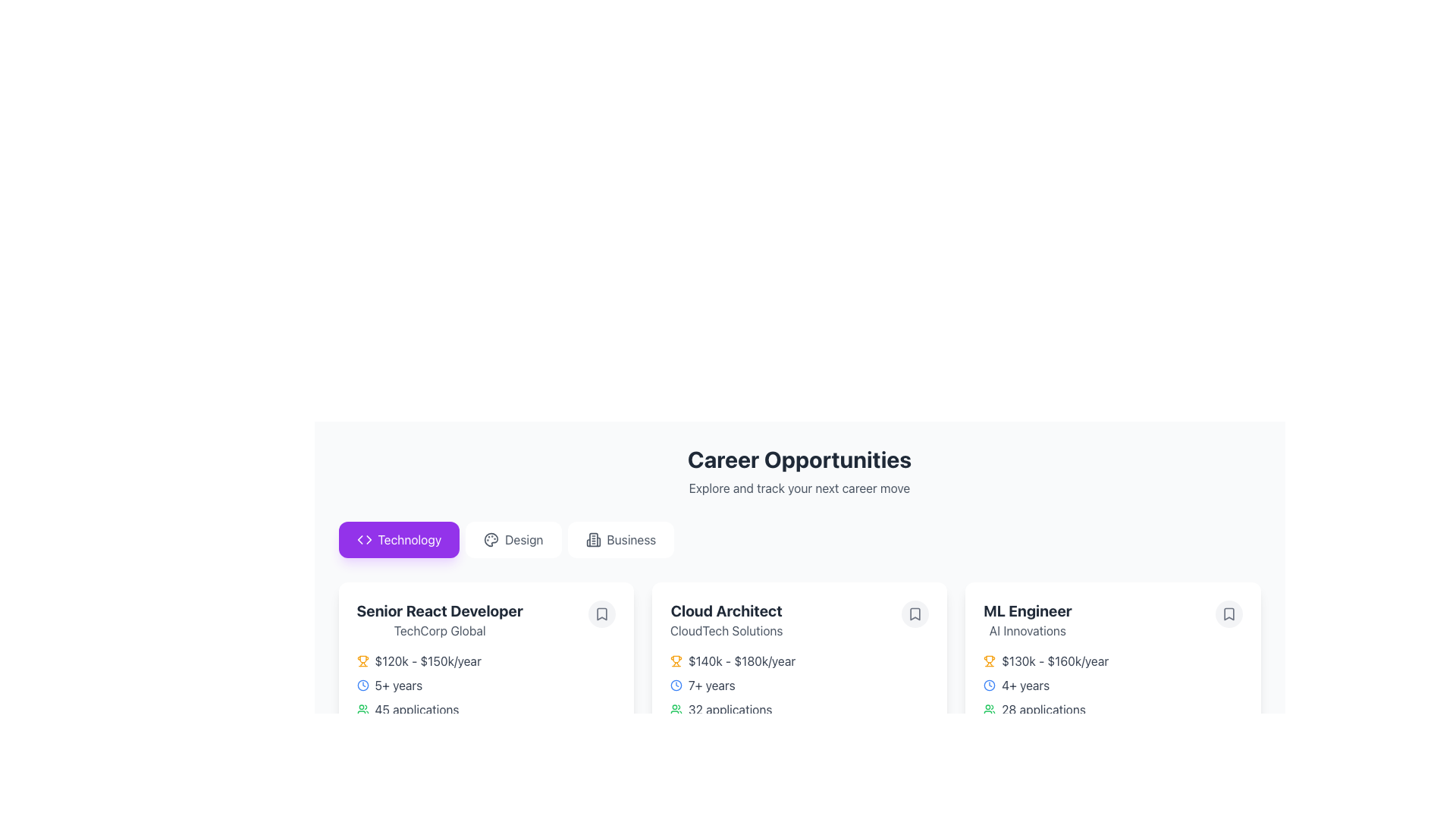 The image size is (1456, 819). Describe the element at coordinates (486, 772) in the screenshot. I see `the Label with icons indicating the verification status and rating of the job posting for the 'Senior React Developer' card, located at the bottom center beneath the skill tags` at that location.